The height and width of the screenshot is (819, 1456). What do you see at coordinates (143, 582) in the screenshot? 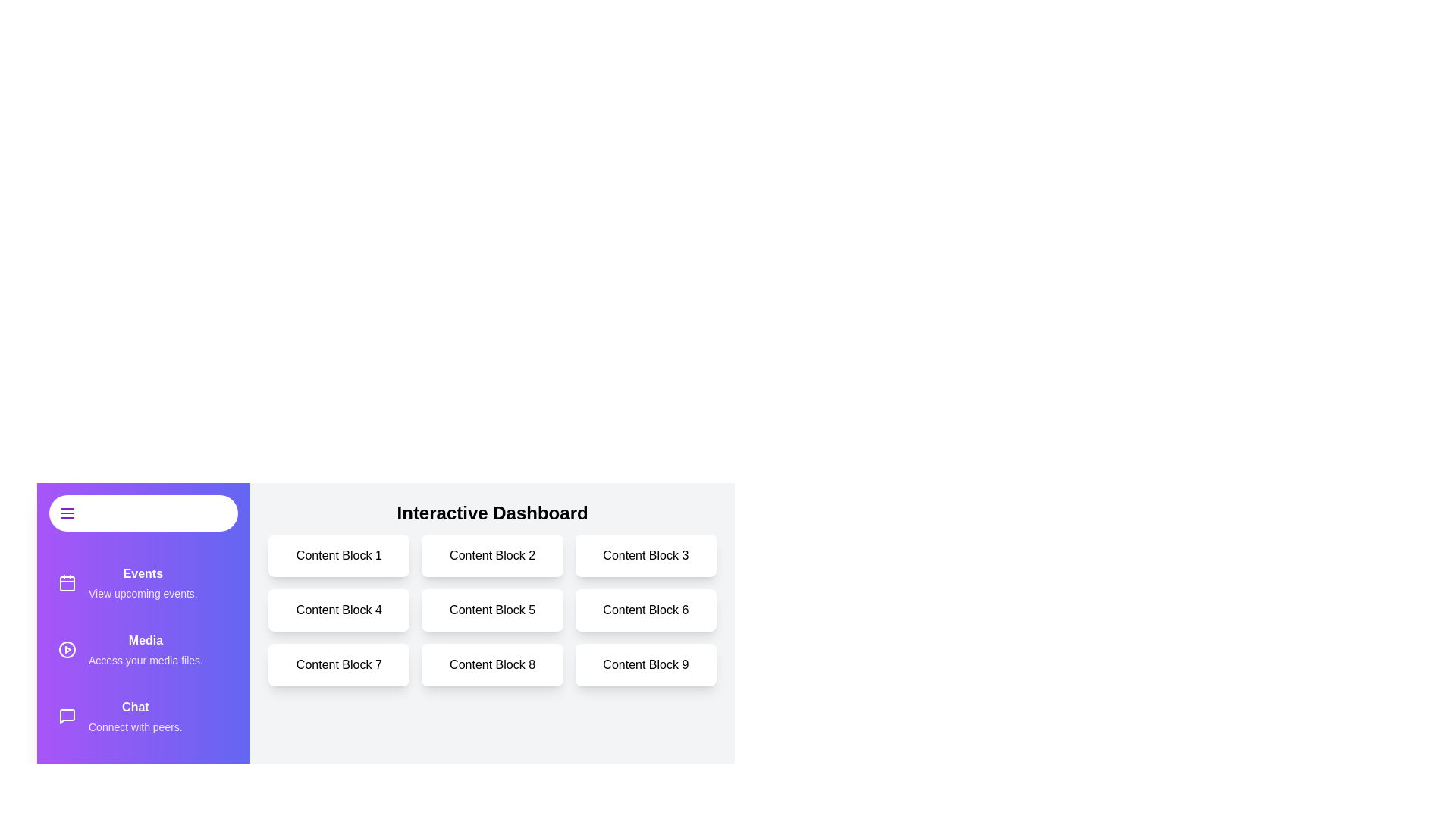
I see `the drawer item corresponding to Events` at bounding box center [143, 582].